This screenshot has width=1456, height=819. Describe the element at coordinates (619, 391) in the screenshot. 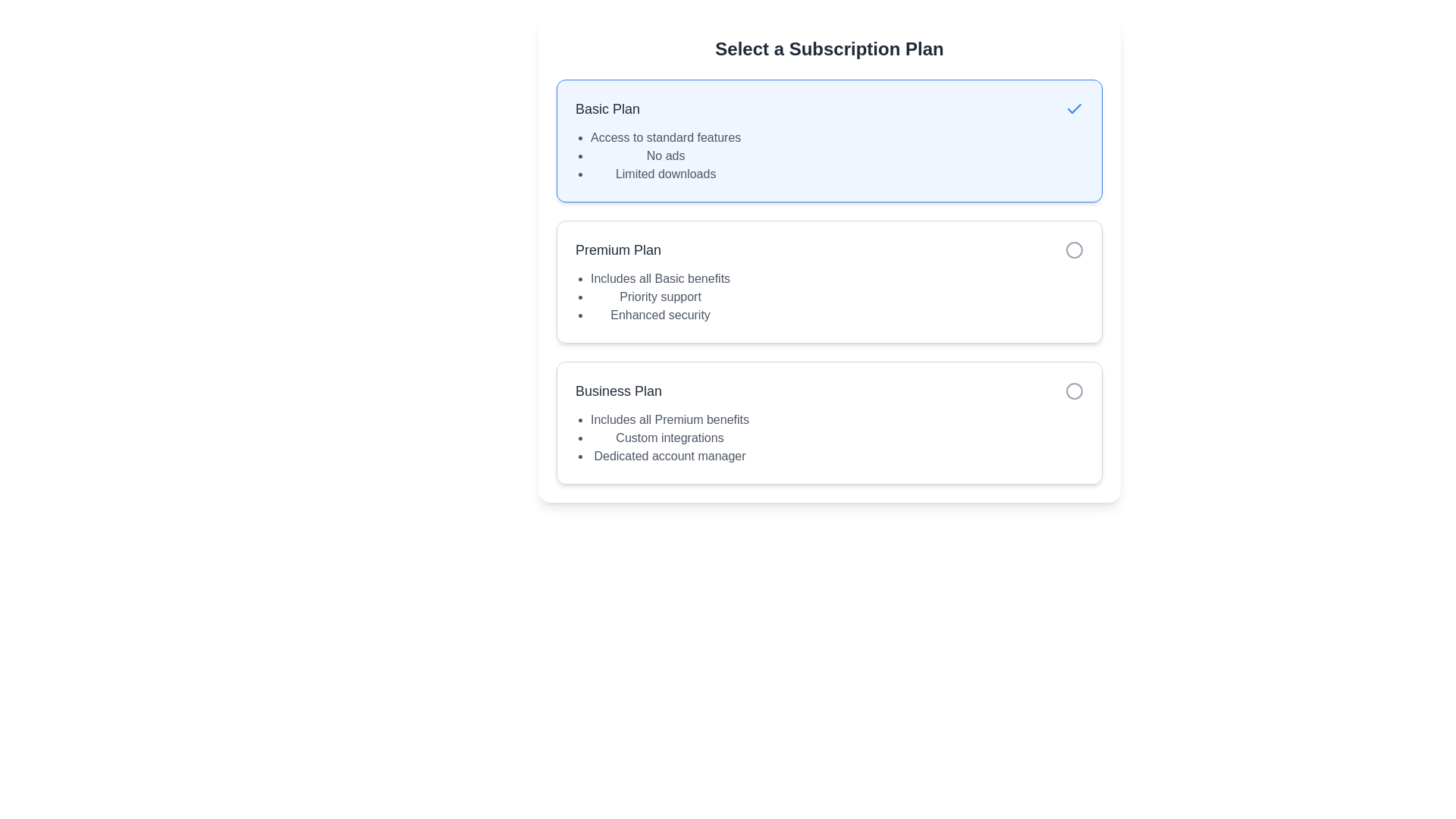

I see `the text label element reading 'Business Plan', which is styled with a large font size and dark gray color, located below the 'Premium Plan' option` at that location.